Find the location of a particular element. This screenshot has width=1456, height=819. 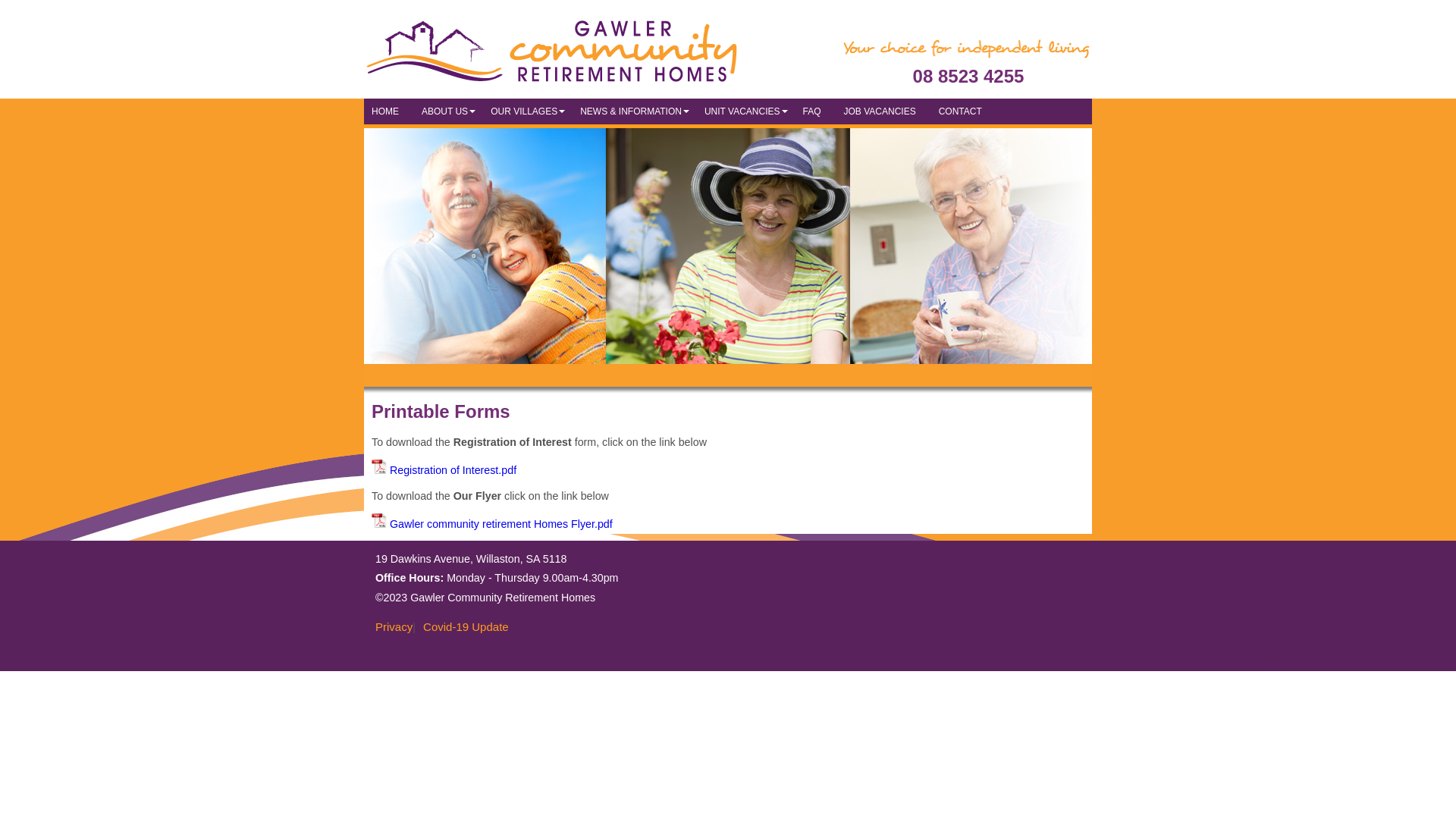

'OUR VILLAGES' is located at coordinates (528, 110).